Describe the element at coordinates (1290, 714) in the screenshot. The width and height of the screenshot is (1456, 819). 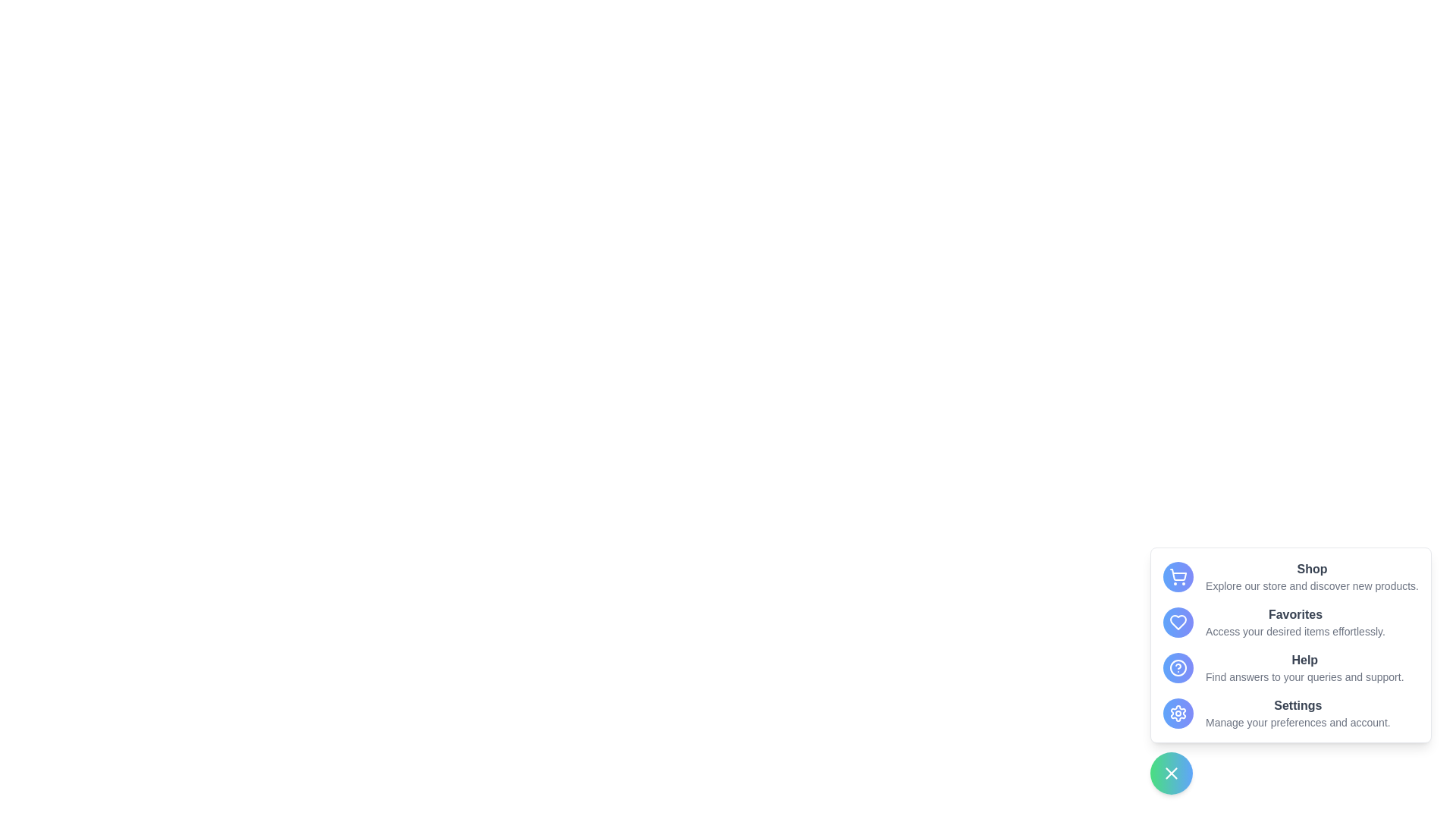
I see `the menu item labeled 'Settings' to observe visual feedback` at that location.